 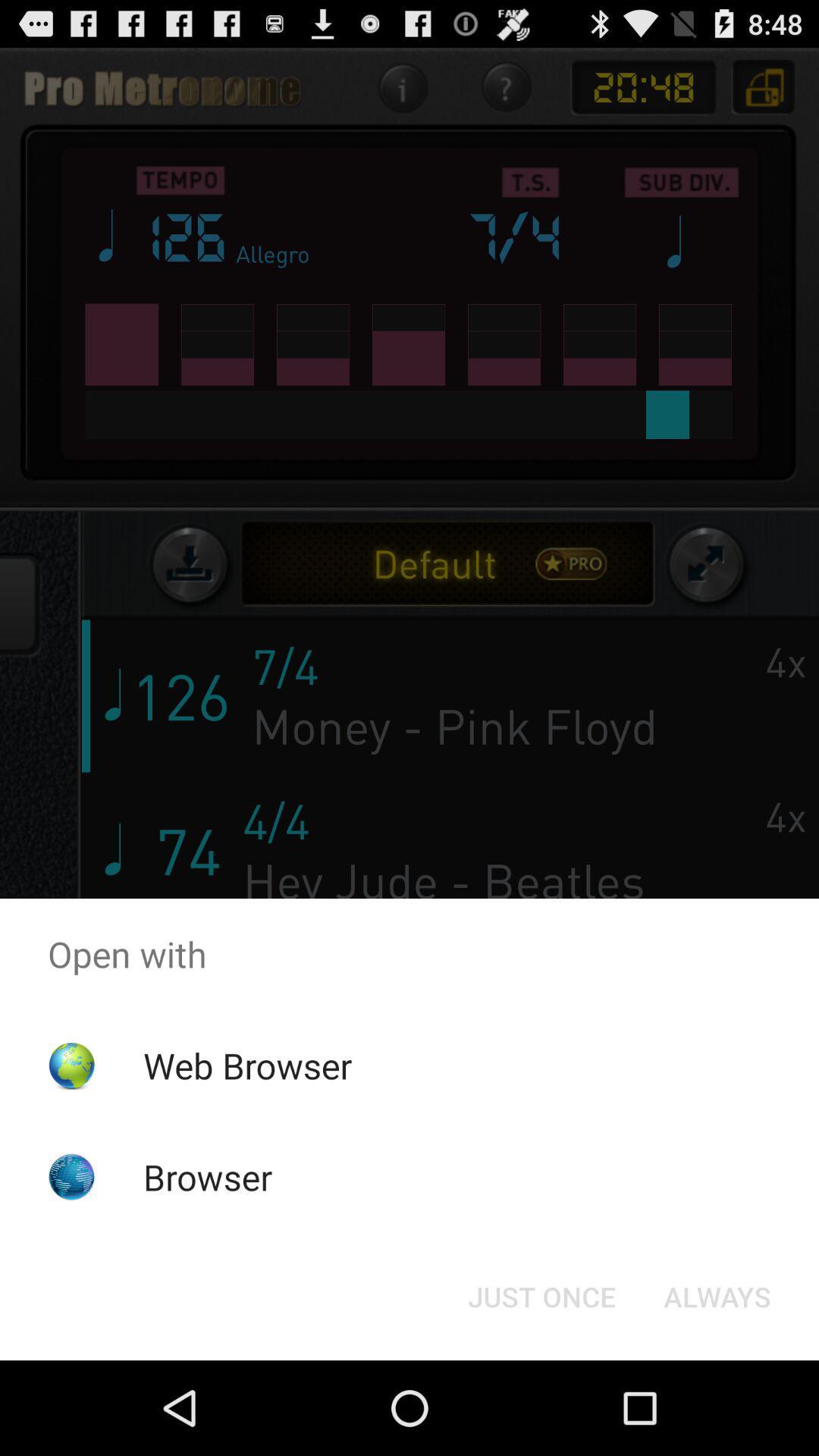 I want to click on button next to always, so click(x=541, y=1295).